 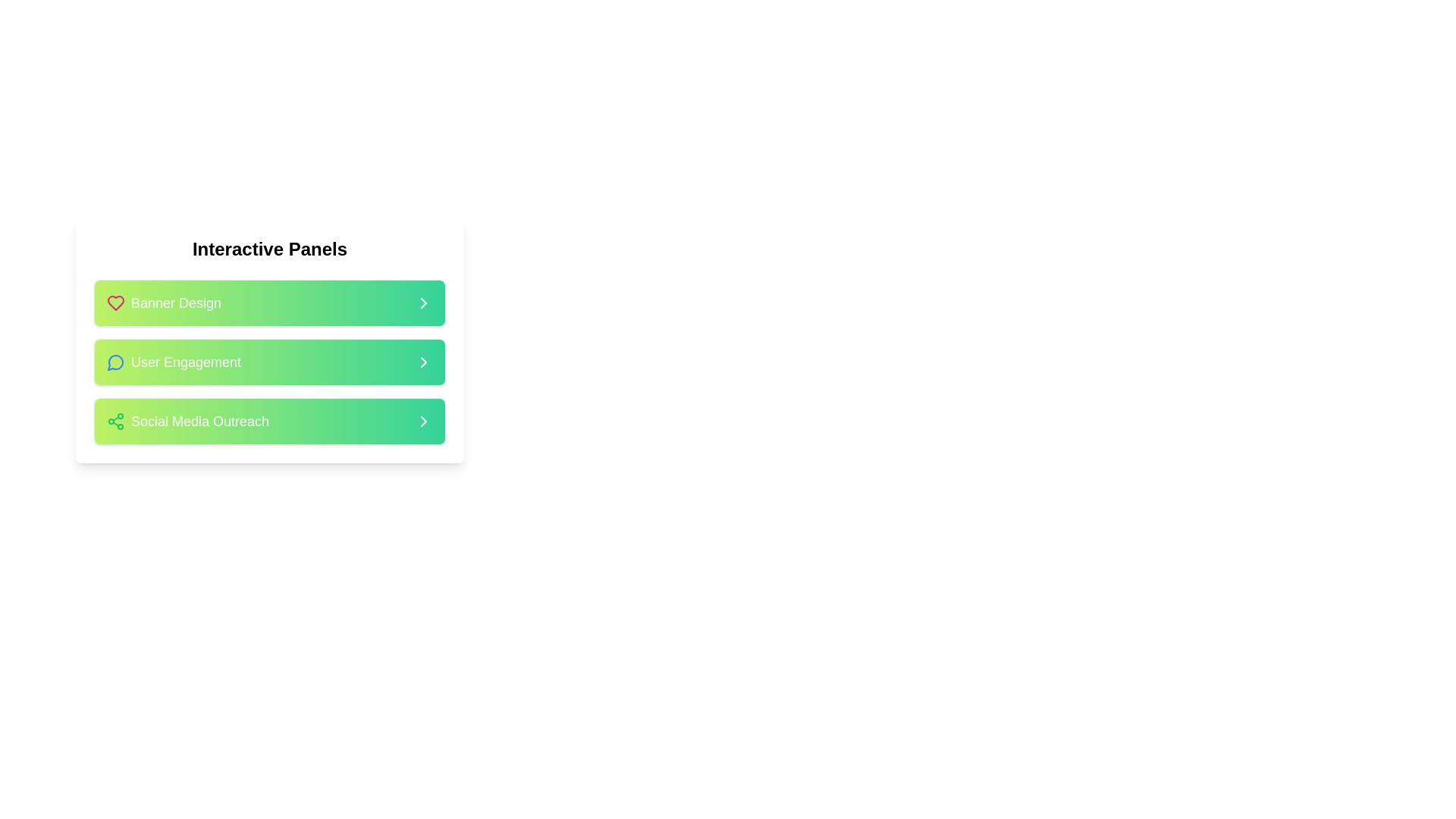 What do you see at coordinates (423, 362) in the screenshot?
I see `the right-pointing chevron icon located at the far-right end of the 'User Engagement' bar` at bounding box center [423, 362].